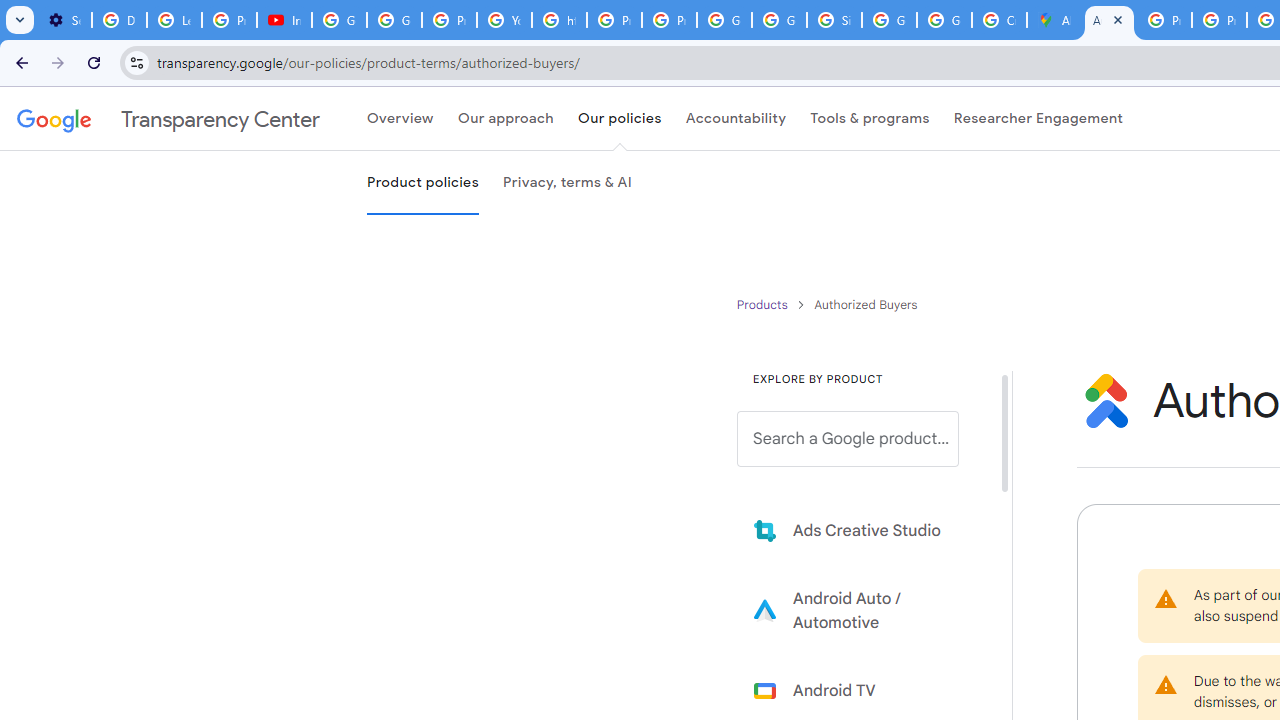 The width and height of the screenshot is (1280, 720). What do you see at coordinates (735, 119) in the screenshot?
I see `'Accountability'` at bounding box center [735, 119].